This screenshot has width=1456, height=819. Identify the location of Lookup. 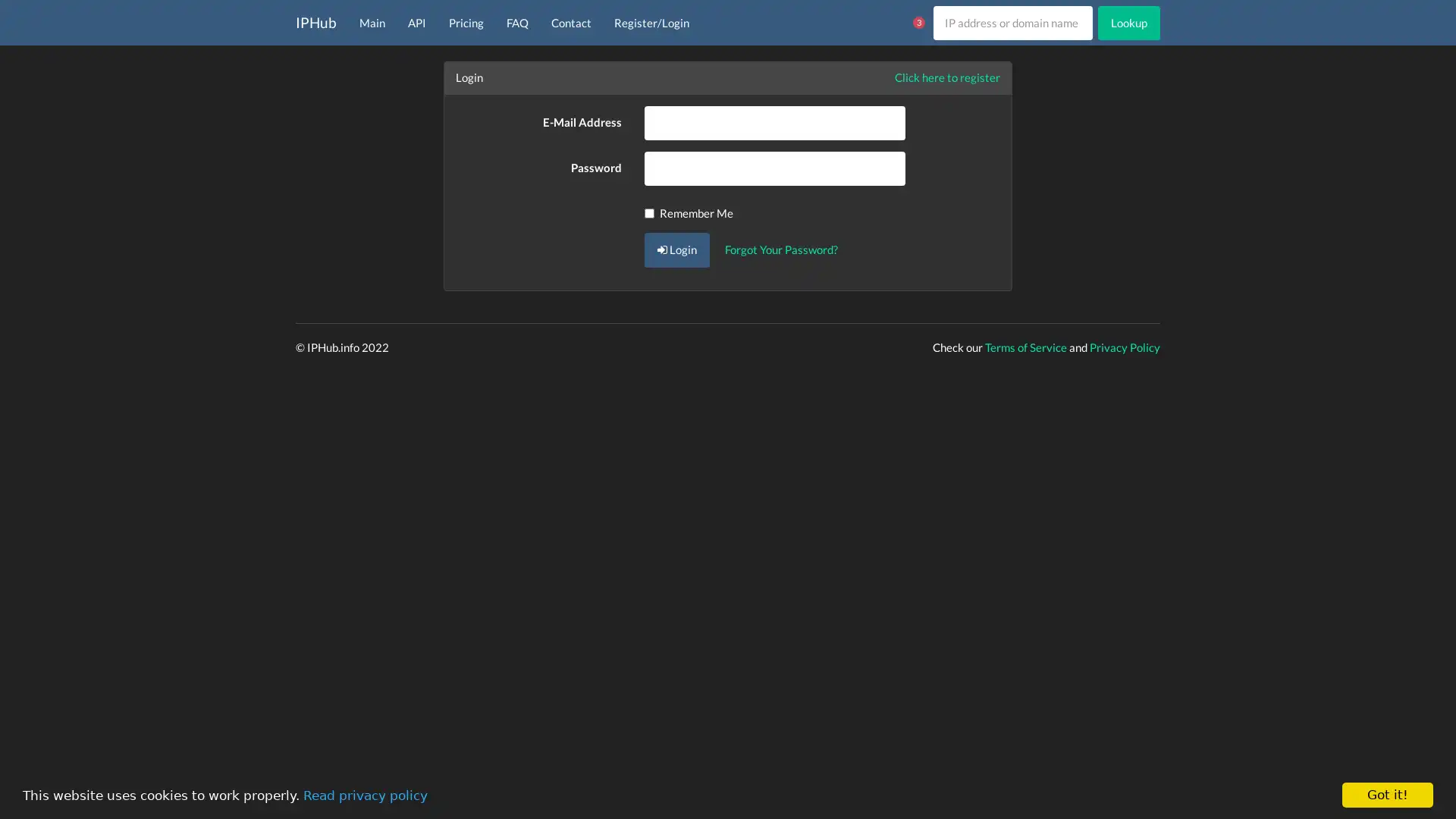
(1128, 22).